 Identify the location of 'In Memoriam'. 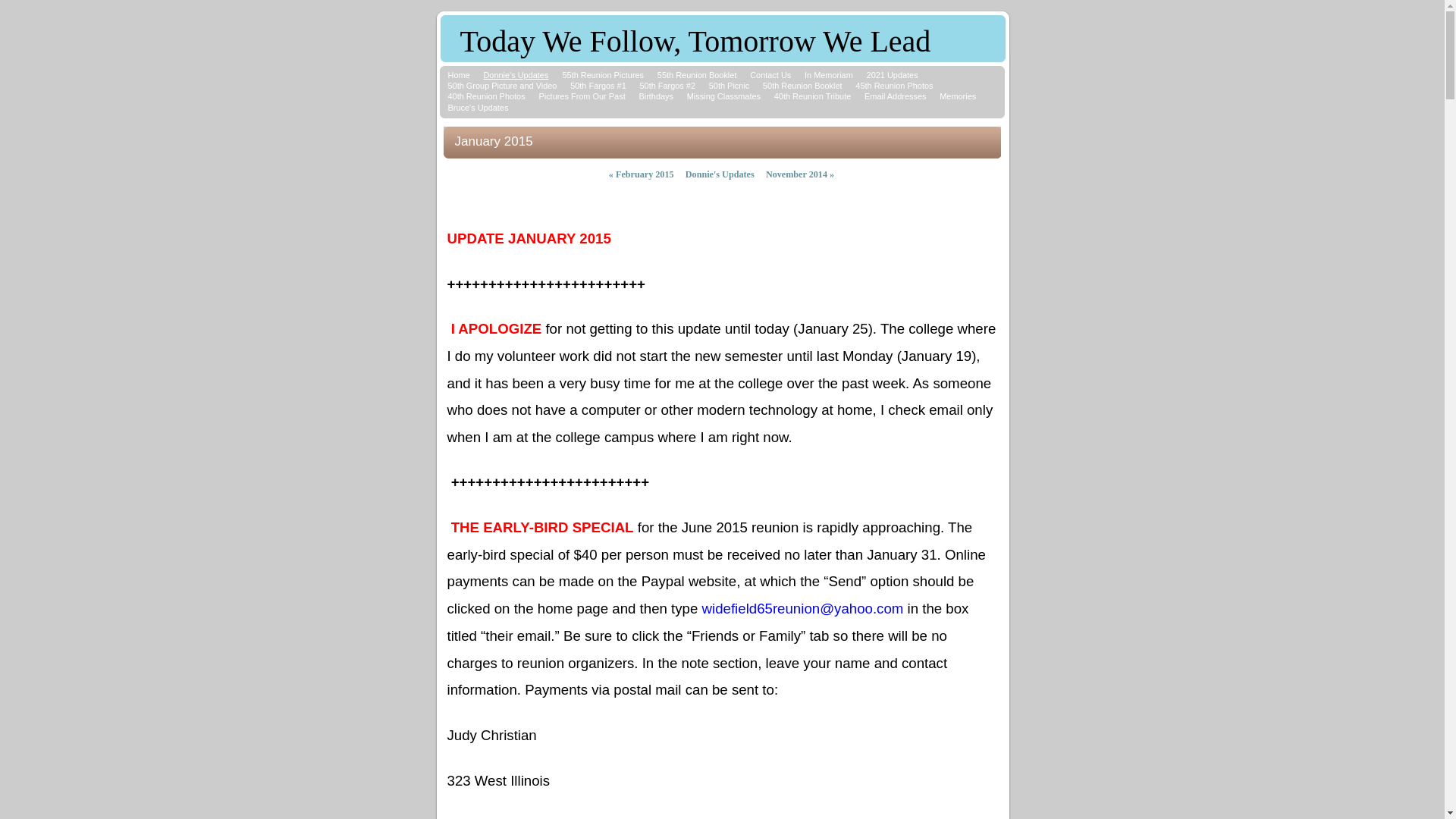
(828, 75).